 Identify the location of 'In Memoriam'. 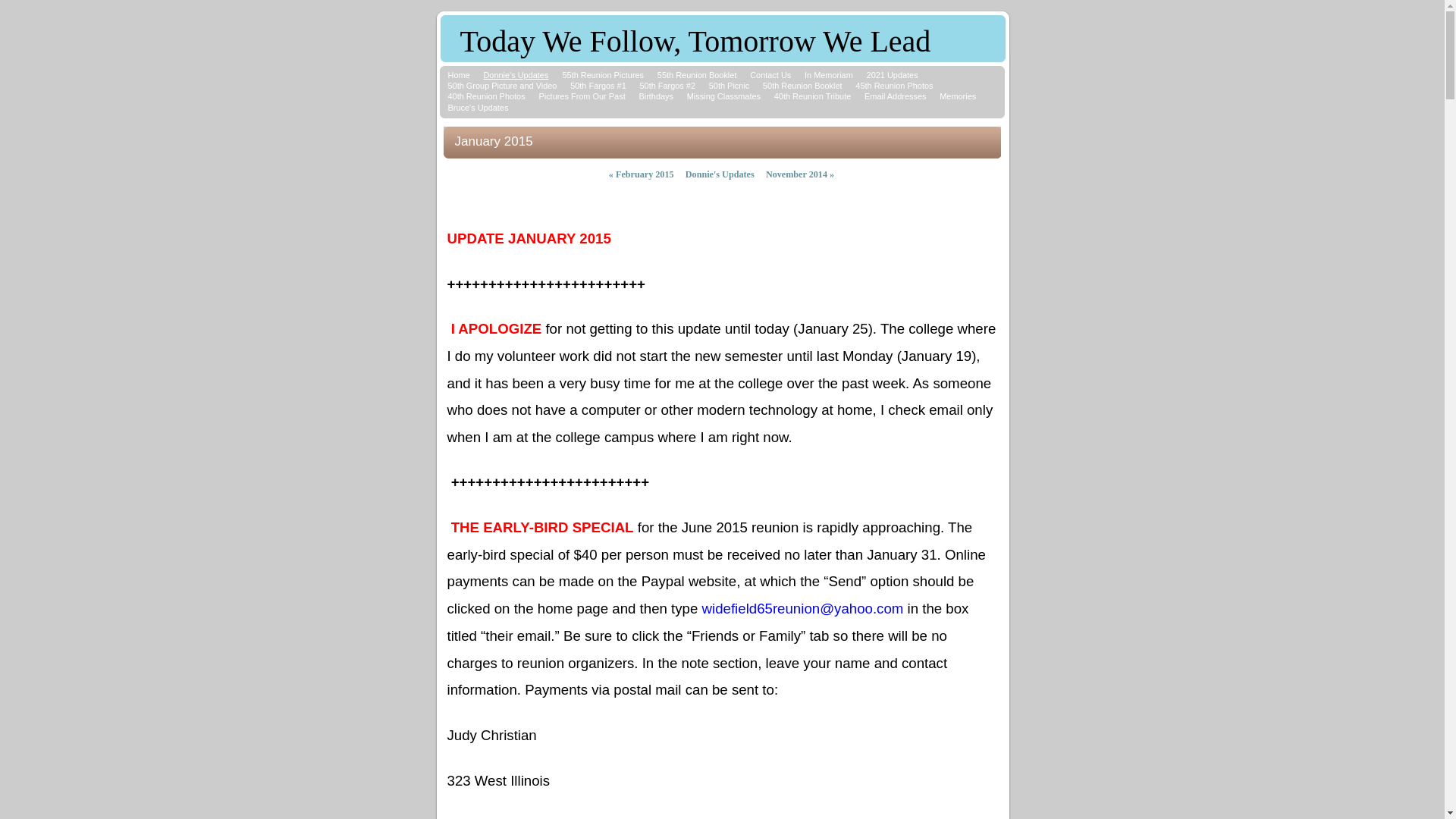
(828, 75).